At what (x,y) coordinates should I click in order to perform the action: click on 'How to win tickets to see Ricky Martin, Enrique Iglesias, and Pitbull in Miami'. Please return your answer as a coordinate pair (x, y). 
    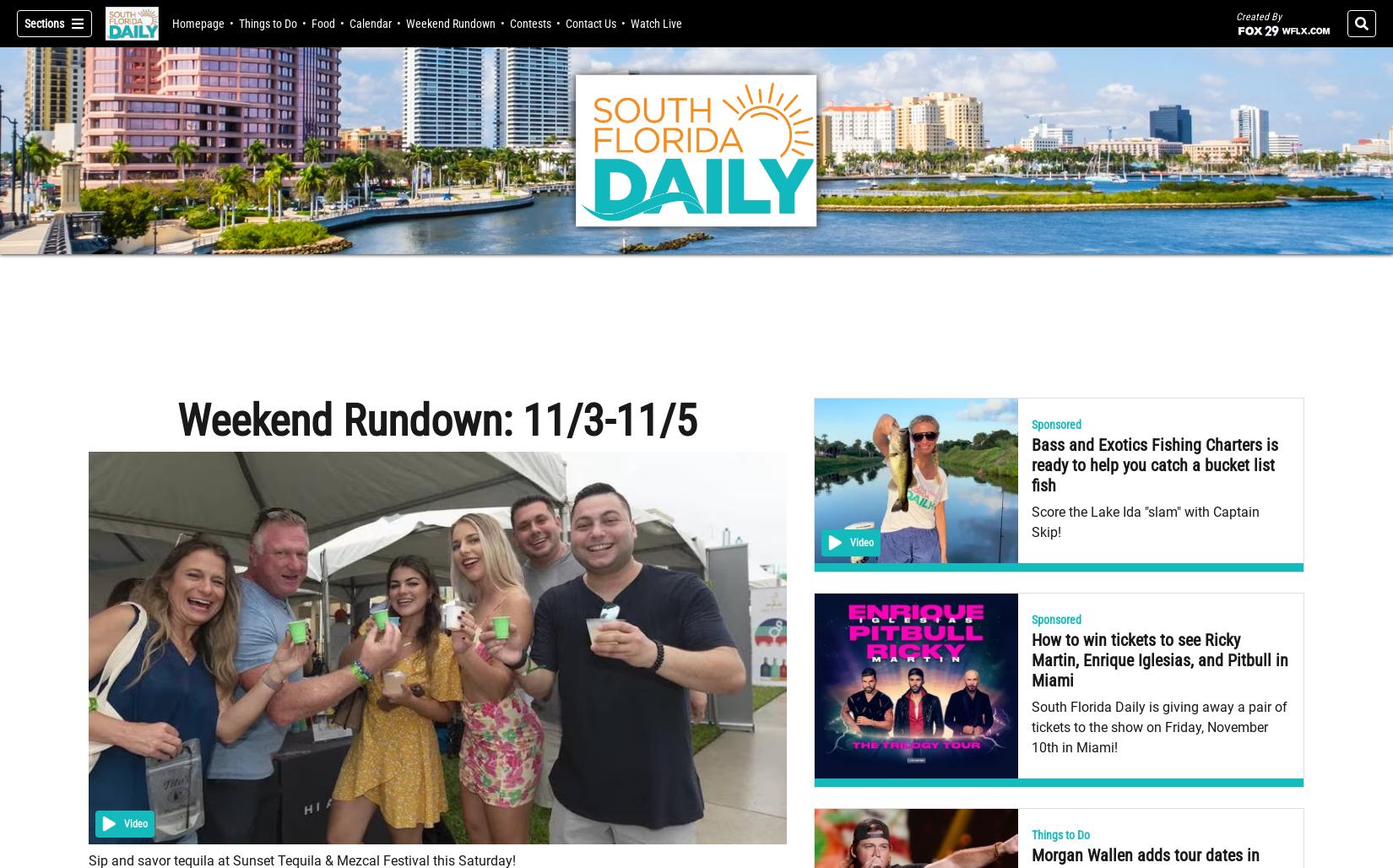
    Looking at the image, I should click on (1158, 659).